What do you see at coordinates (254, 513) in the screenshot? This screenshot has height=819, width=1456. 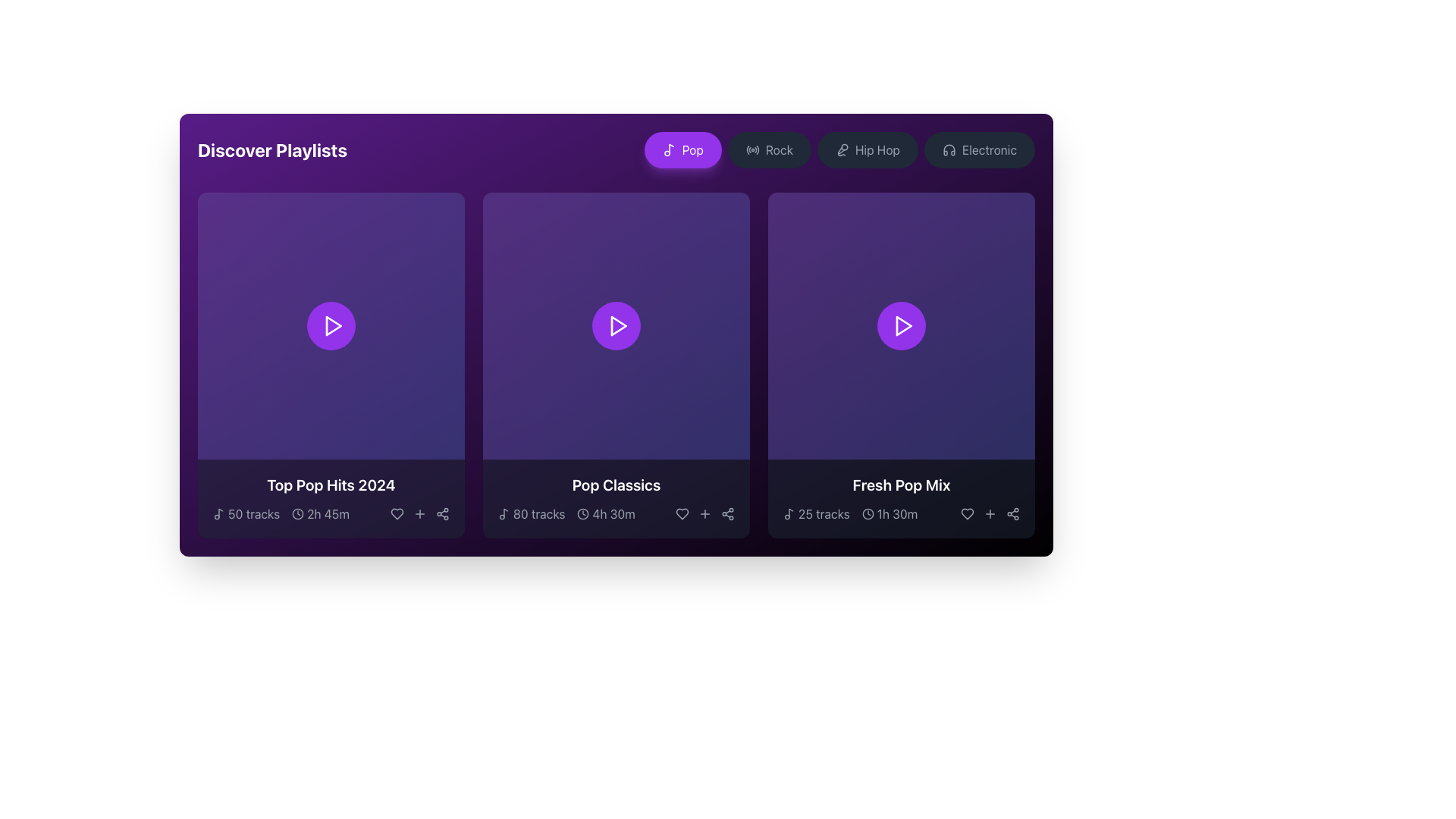 I see `the text label displaying '50 tracks' located in the first playlist card beneath the title 'Top Pop Hits 2024'` at bounding box center [254, 513].